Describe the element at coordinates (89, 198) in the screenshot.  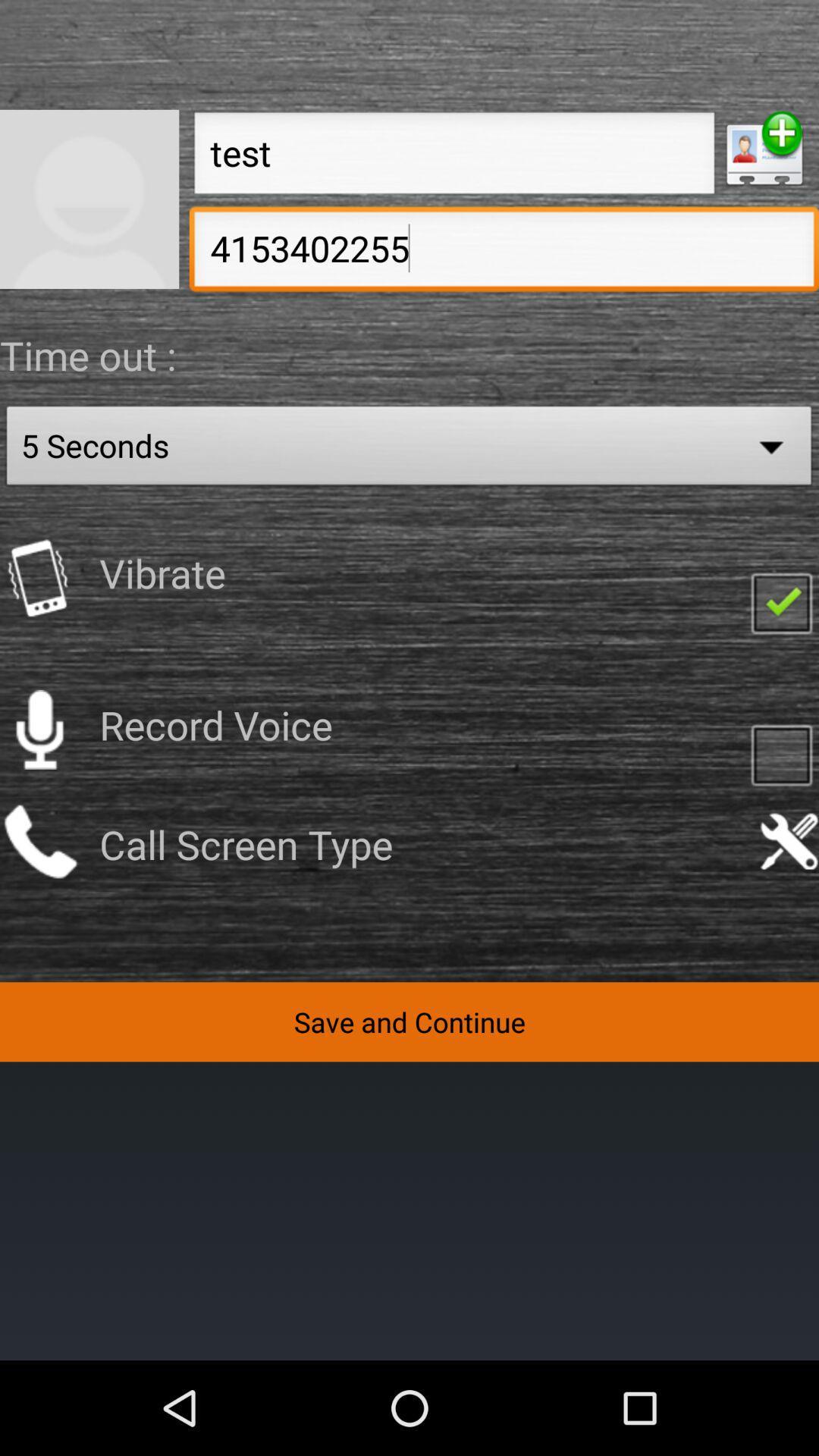
I see `profile` at that location.